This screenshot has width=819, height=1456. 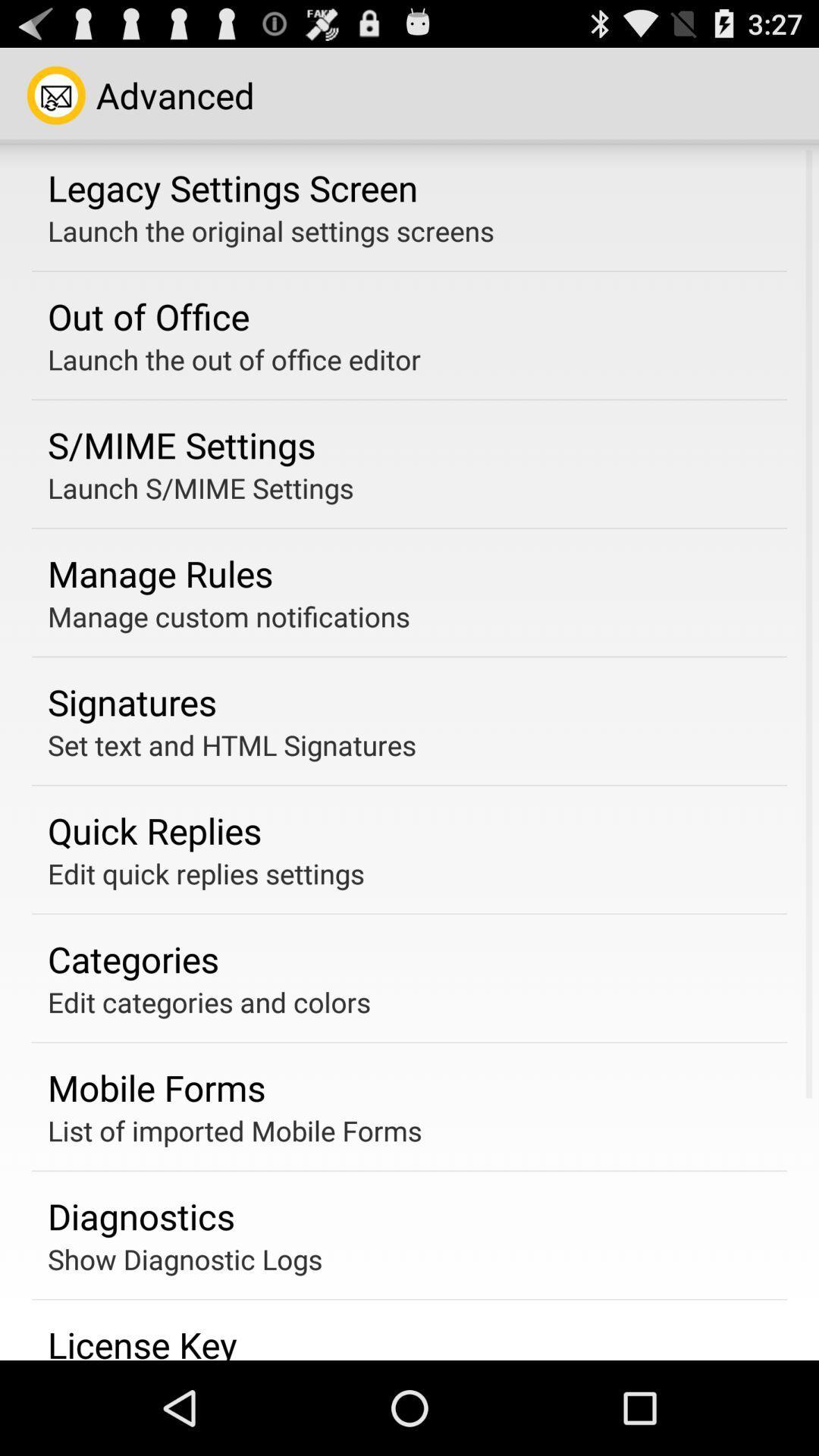 What do you see at coordinates (234, 1131) in the screenshot?
I see `the list of imported item` at bounding box center [234, 1131].